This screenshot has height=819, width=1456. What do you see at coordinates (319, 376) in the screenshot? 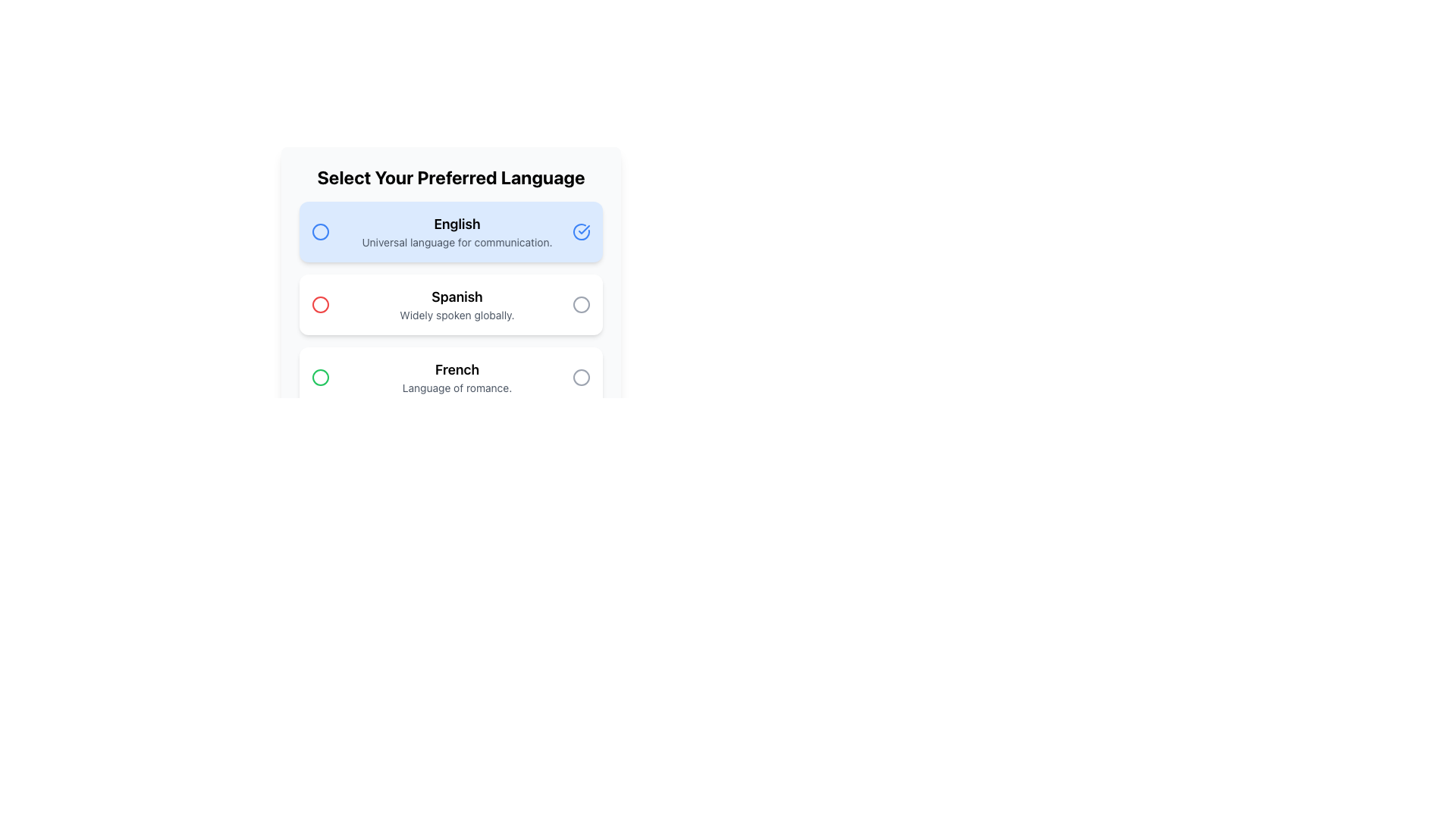
I see `the circular icon with a green border associated with the 'French' language option` at bounding box center [319, 376].